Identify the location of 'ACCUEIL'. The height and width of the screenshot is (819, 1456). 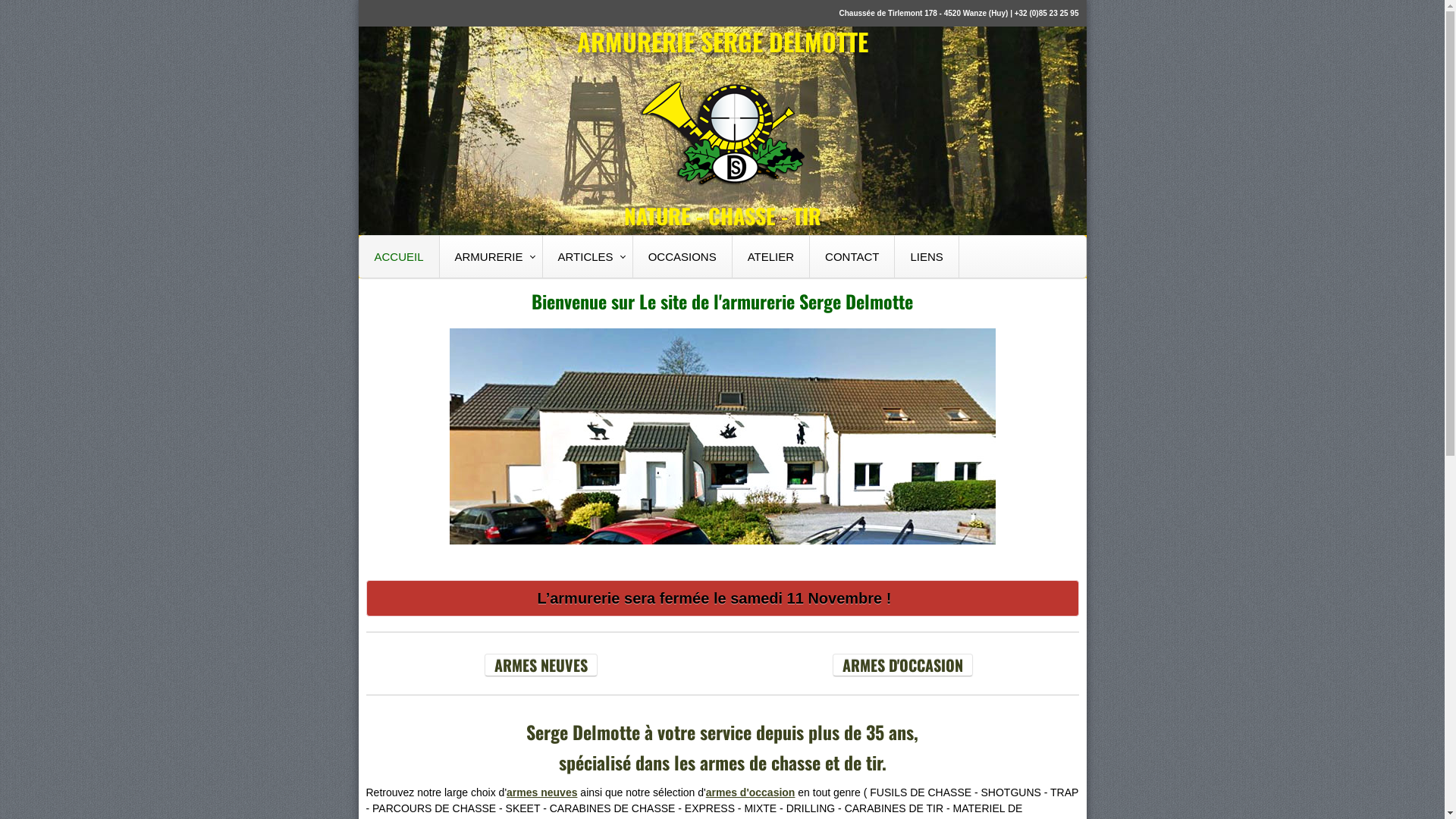
(359, 256).